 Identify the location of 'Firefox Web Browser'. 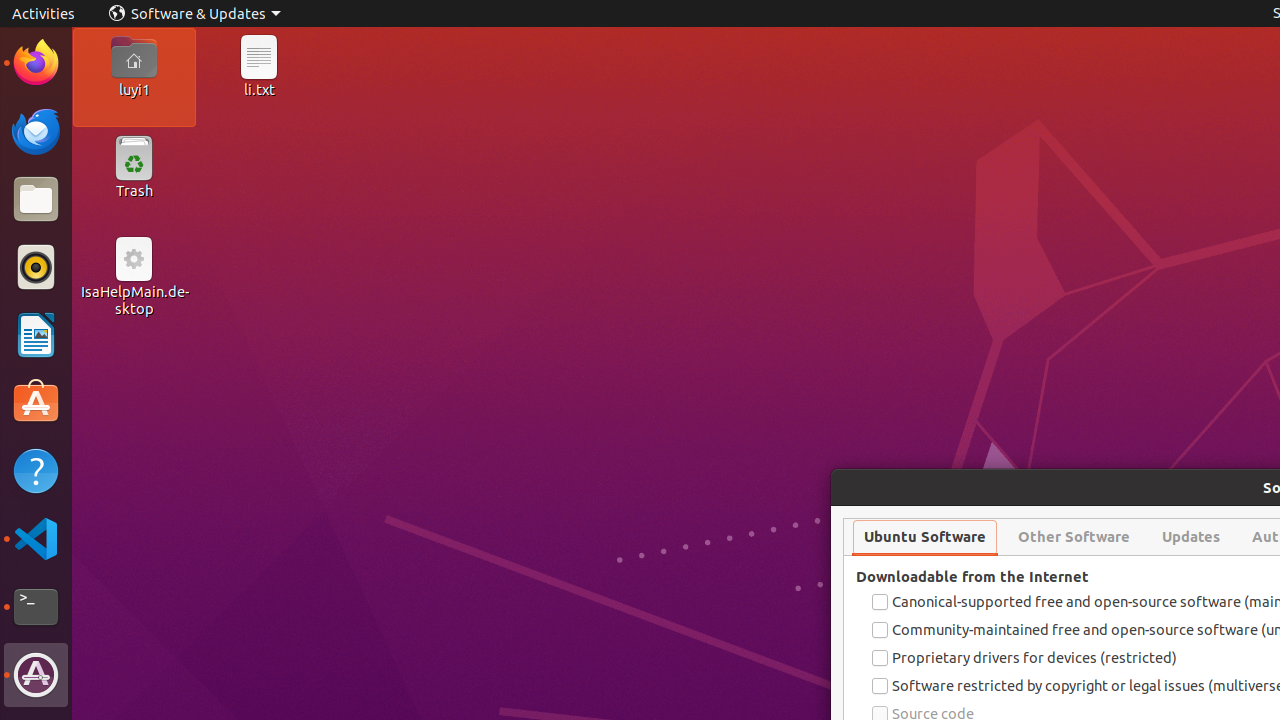
(35, 61).